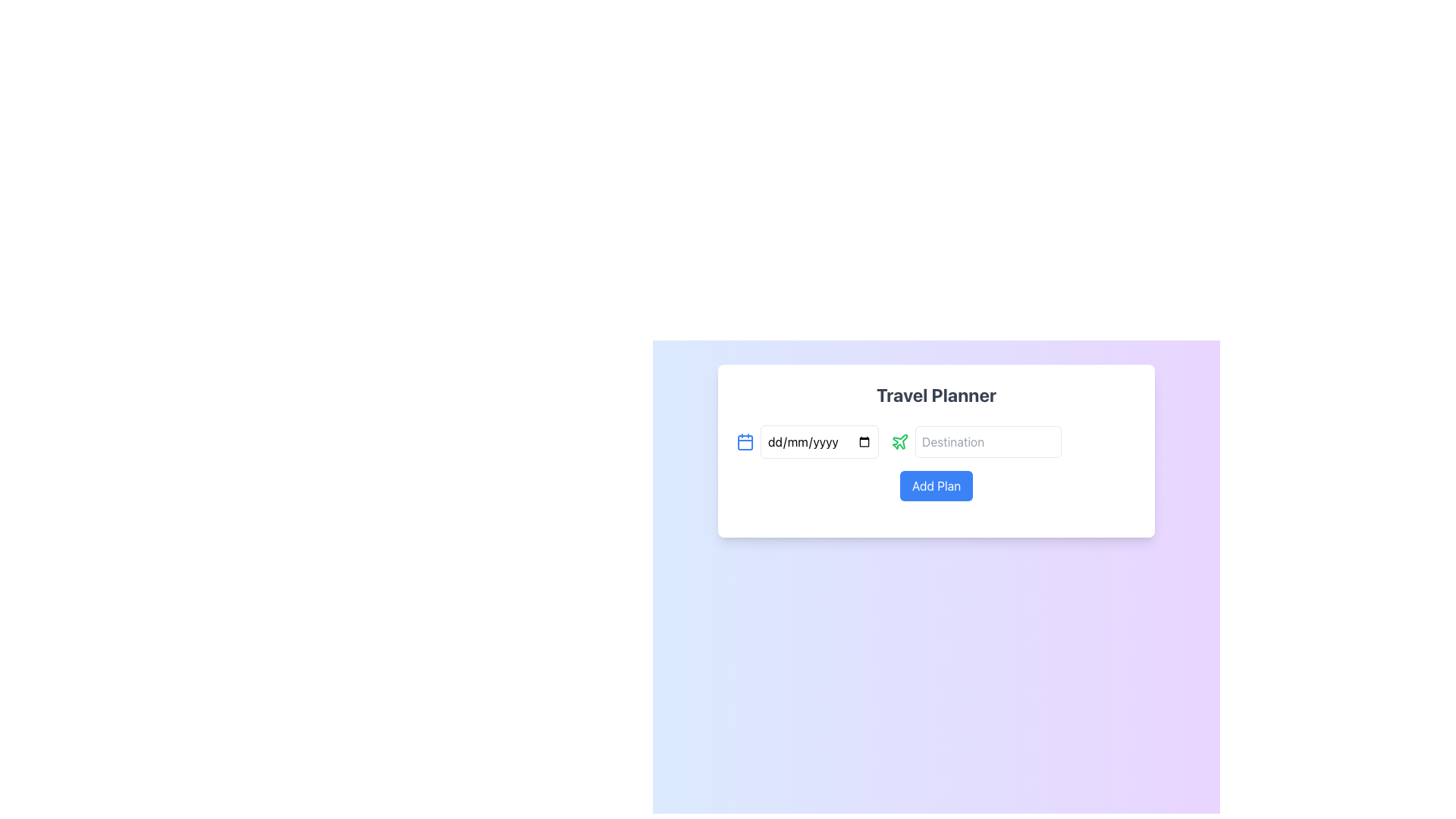 This screenshot has width=1456, height=819. Describe the element at coordinates (900, 441) in the screenshot. I see `the airplane icon located to the right of the 'Destination' text input field in the travel planning interface` at that location.